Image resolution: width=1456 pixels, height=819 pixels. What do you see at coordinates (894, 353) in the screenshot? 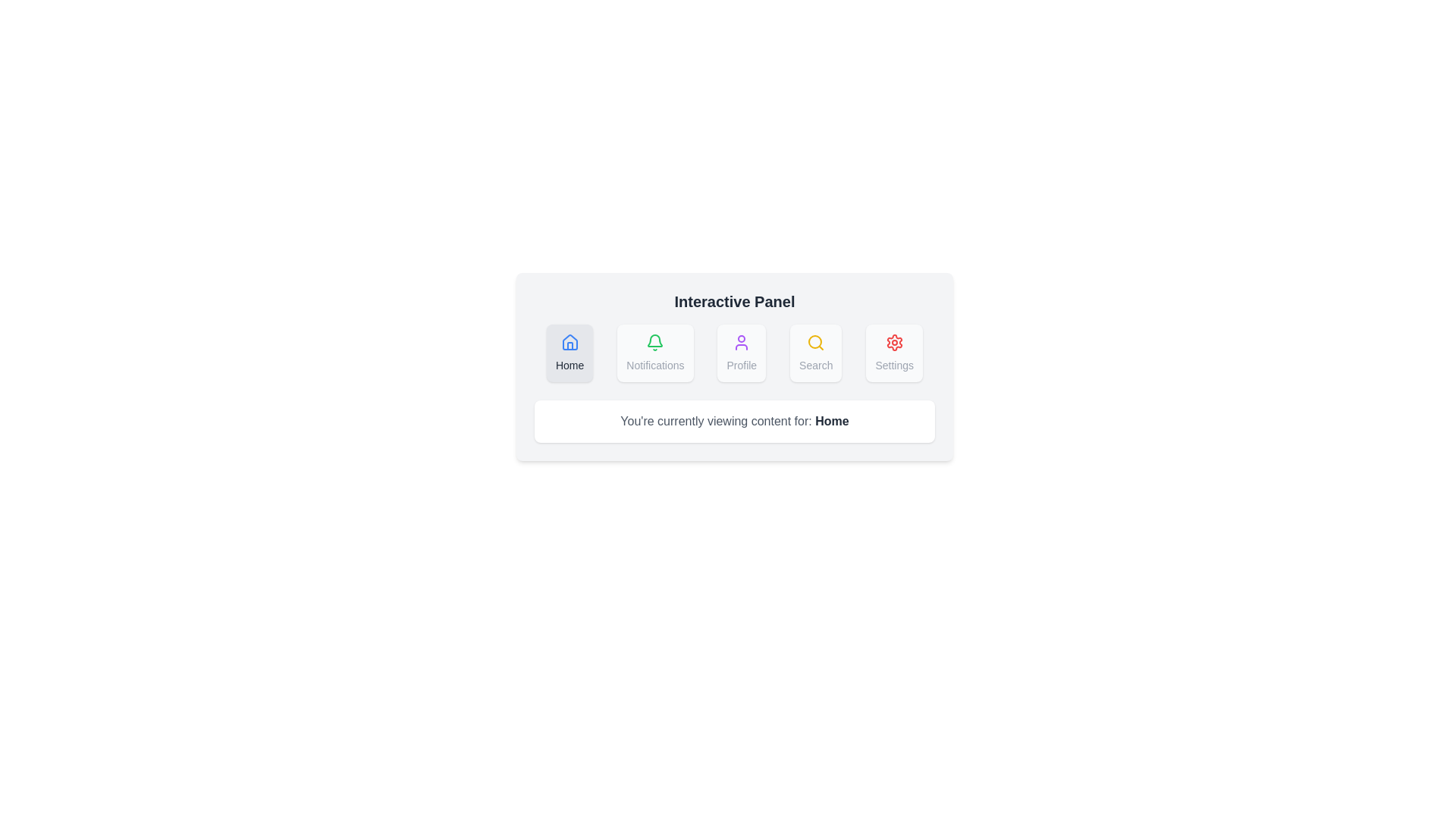
I see `the 'Settings' button, which is a rectangular button with rounded corners, featuring a red gear icon and a gray label, located at the rightmost side of a horizontally-aligned group of buttons` at bounding box center [894, 353].